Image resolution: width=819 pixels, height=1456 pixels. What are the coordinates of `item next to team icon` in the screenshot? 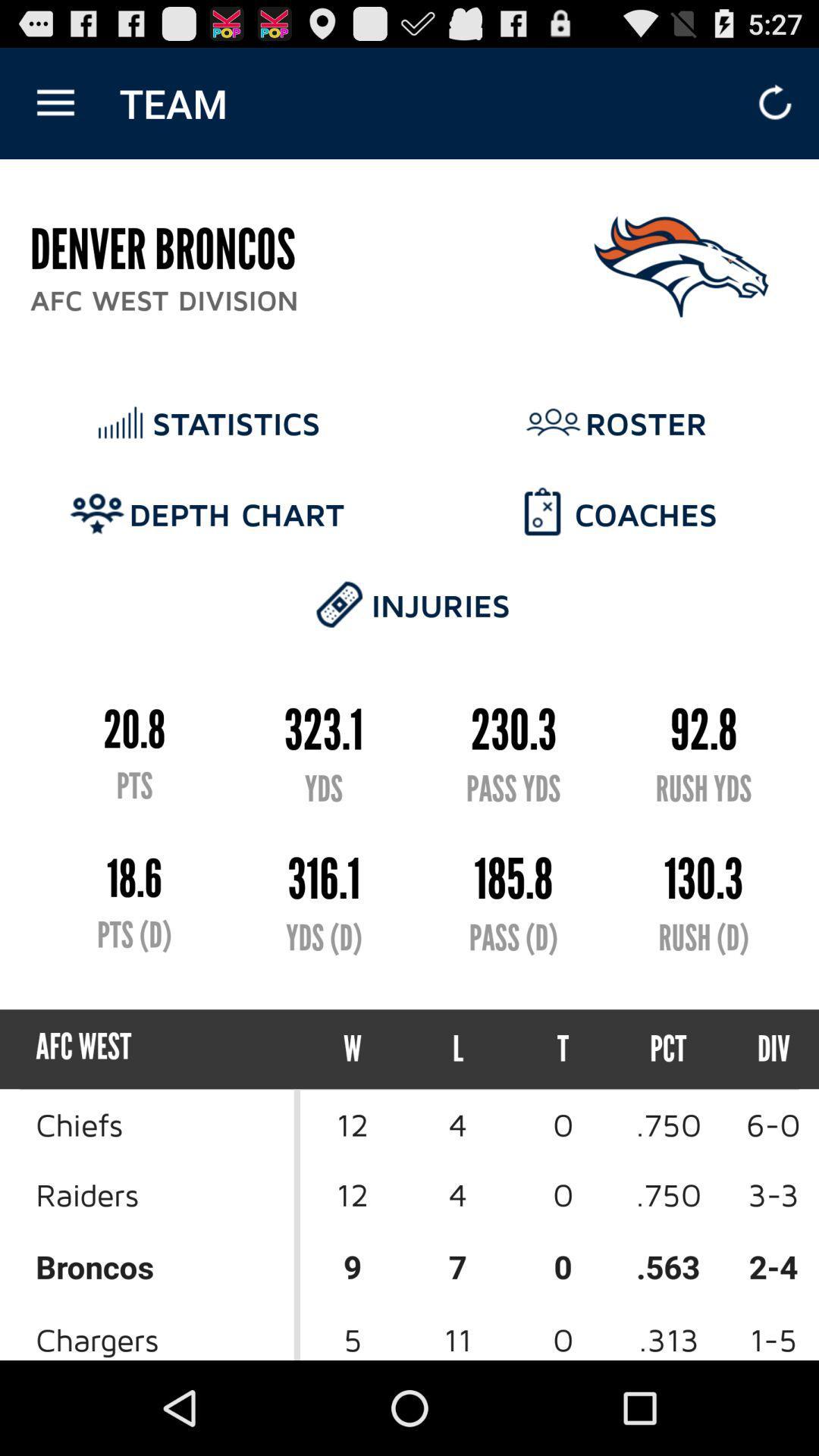 It's located at (55, 102).